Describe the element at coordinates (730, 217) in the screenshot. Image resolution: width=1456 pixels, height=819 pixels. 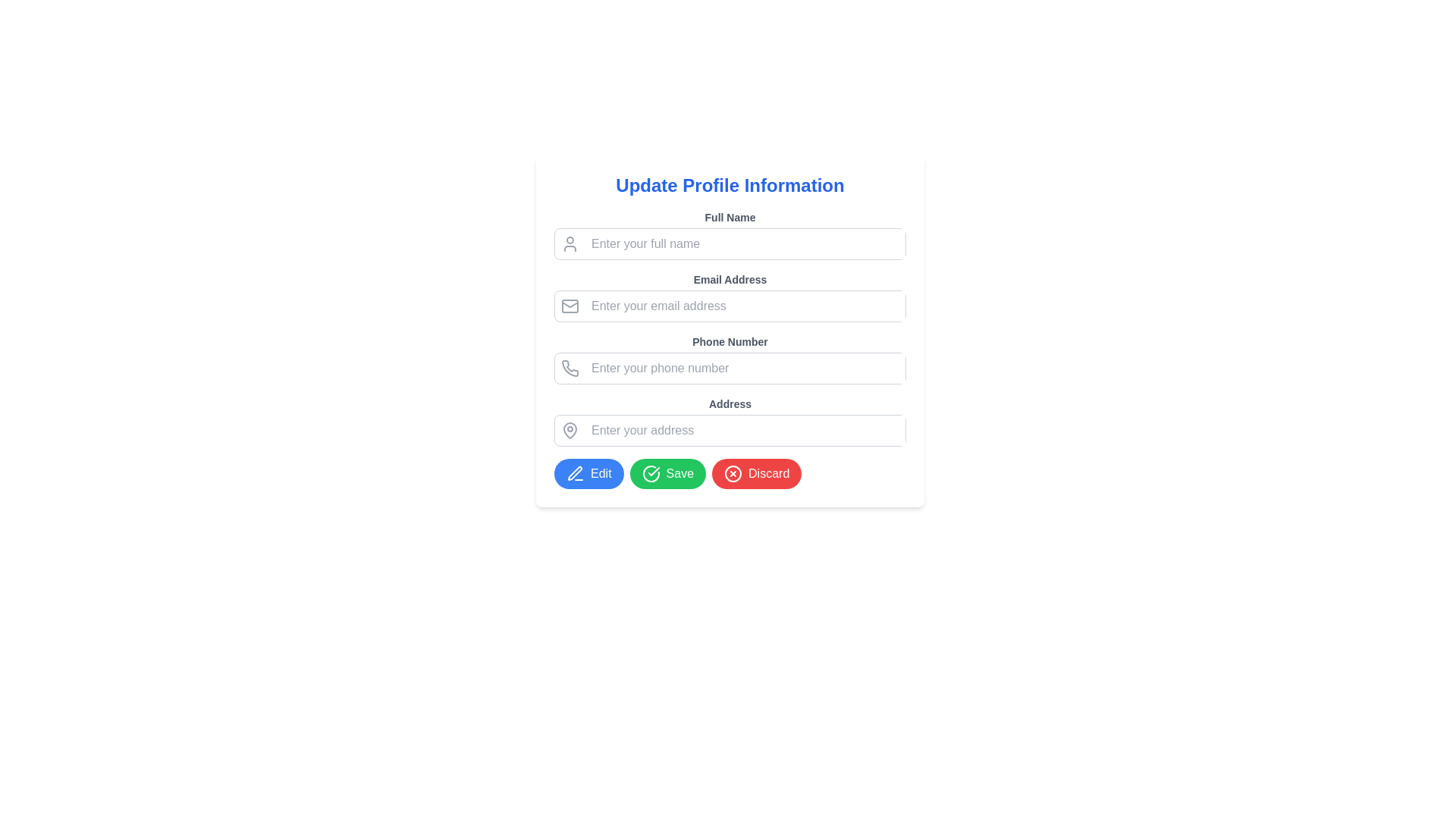
I see `the label displaying 'Full Name', which is part of the 'Update Profile Information' section, positioned above the corresponding text input field` at that location.